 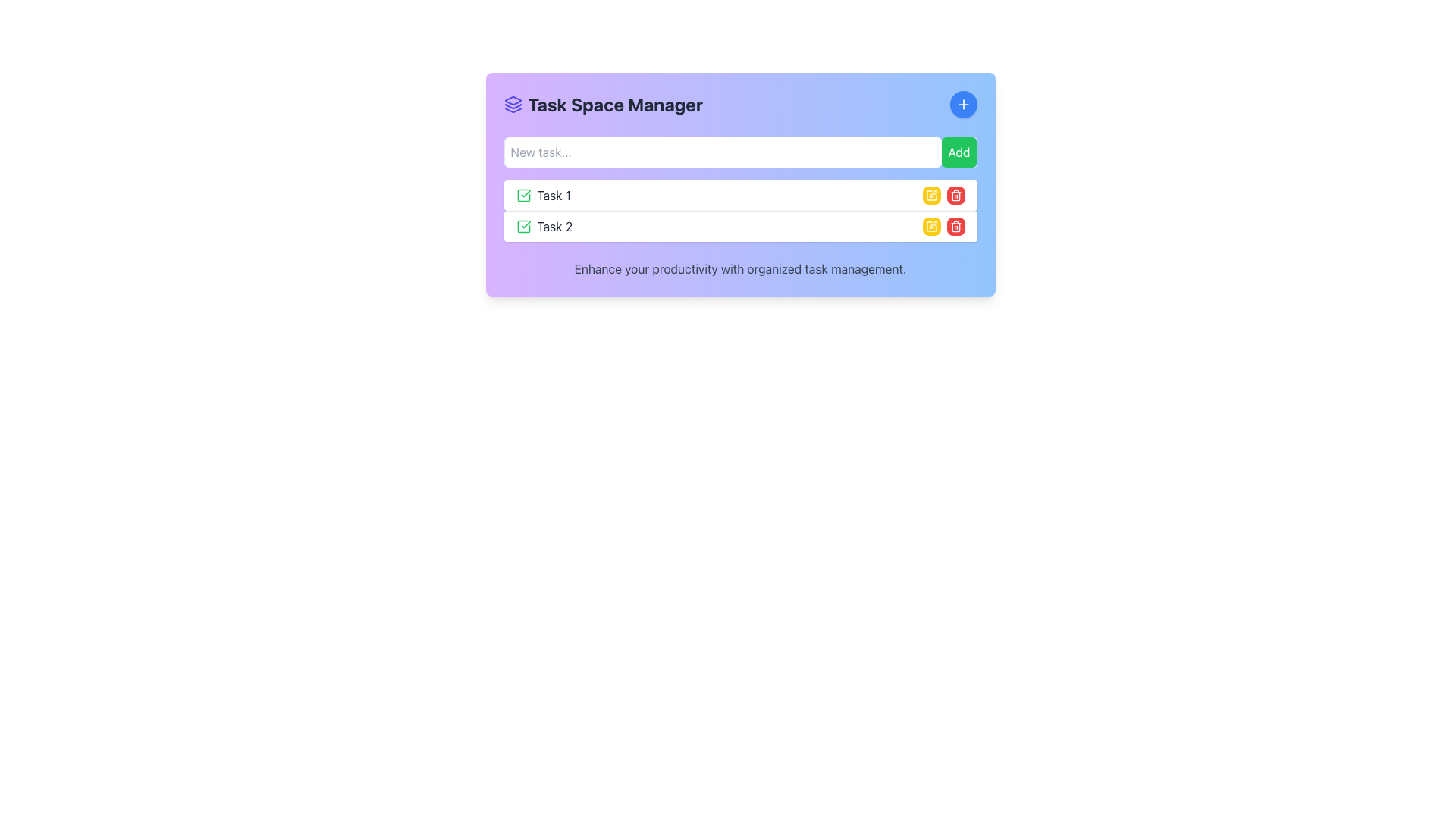 I want to click on the green checkbox icon with a check mark located on the left side of the second item labeled 'Task 2', so click(x=523, y=227).